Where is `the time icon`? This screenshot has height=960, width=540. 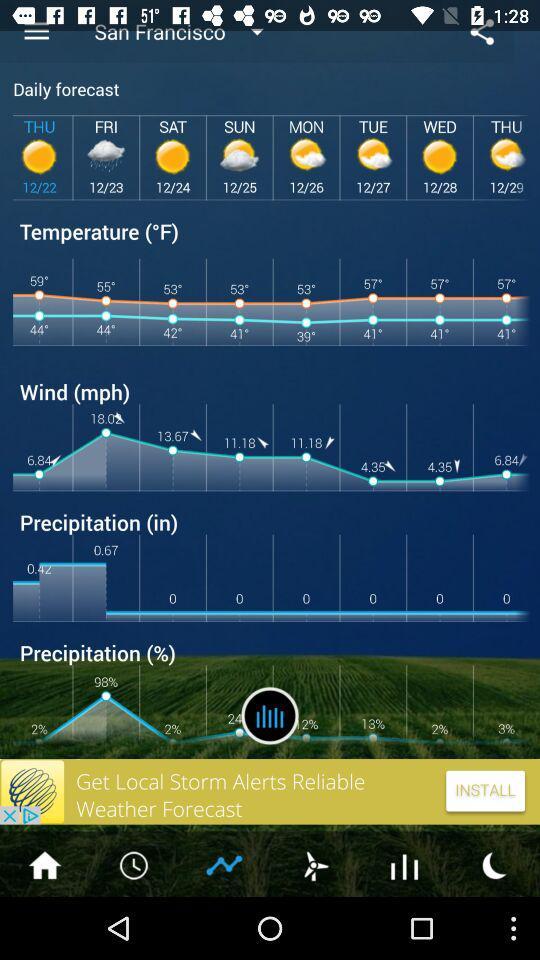
the time icon is located at coordinates (135, 925).